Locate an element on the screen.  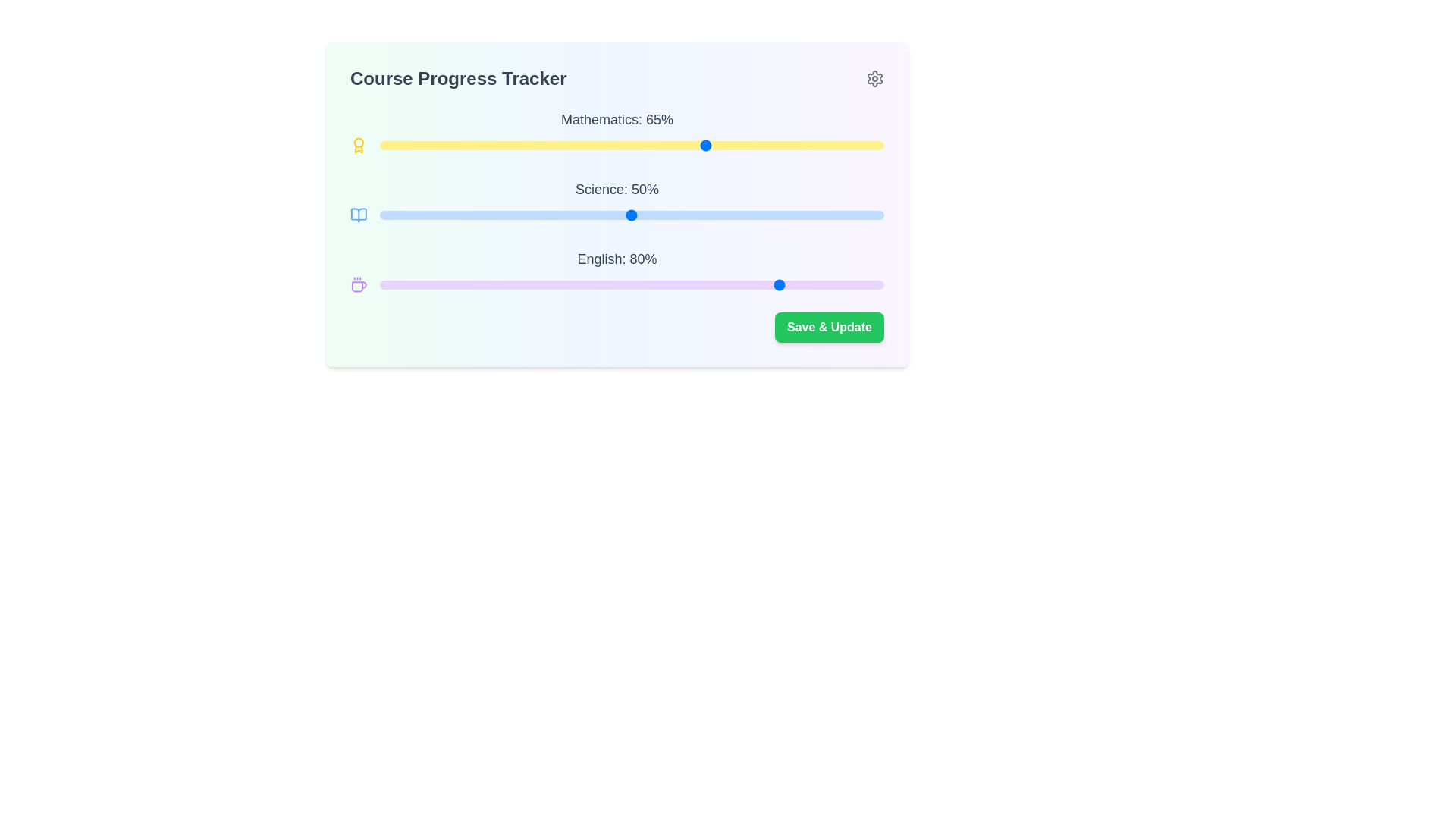
the mathematics progress slider is located at coordinates (637, 146).